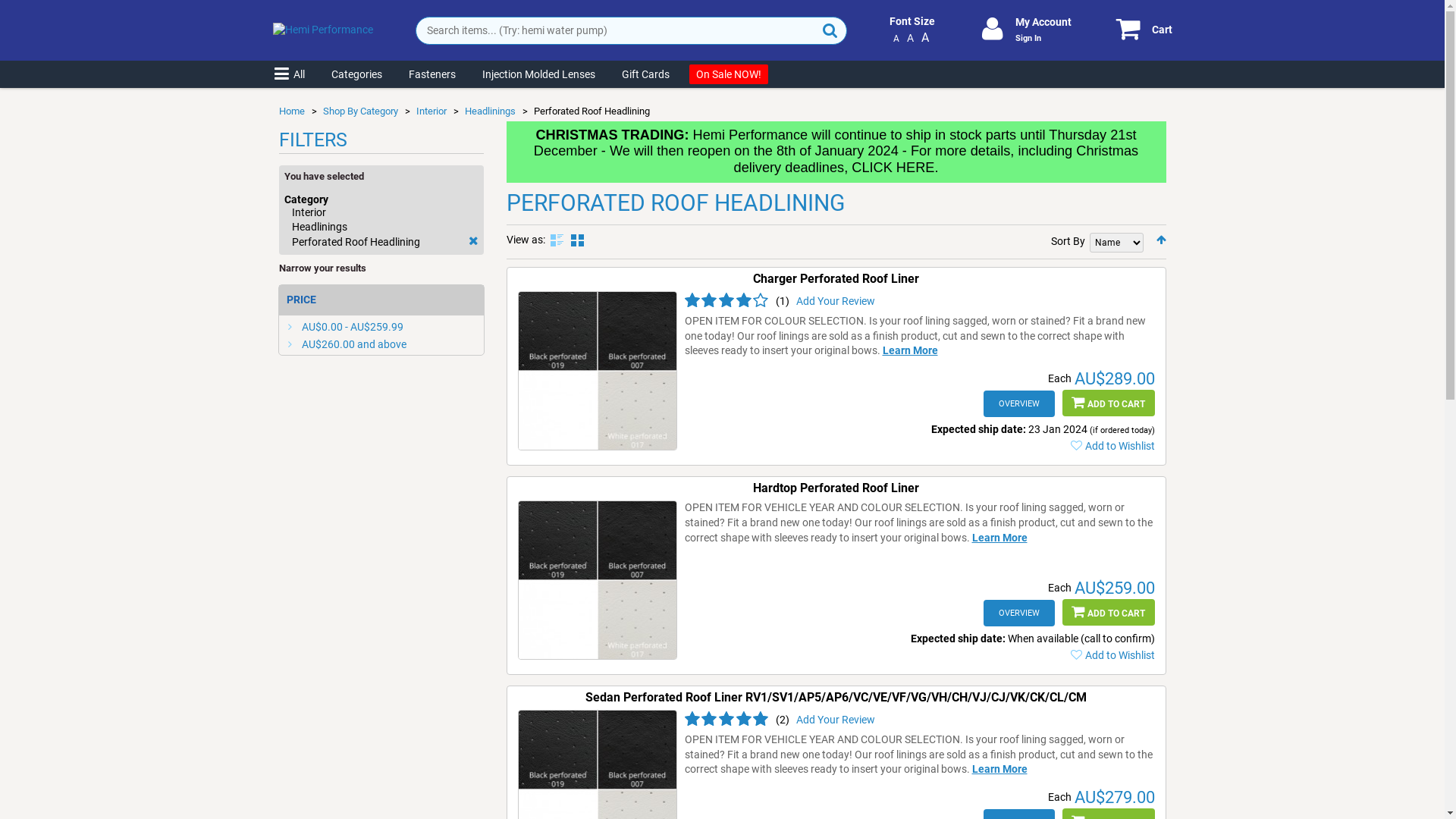 The width and height of the screenshot is (1456, 819). I want to click on 'Set Descending Direction', so click(1159, 239).